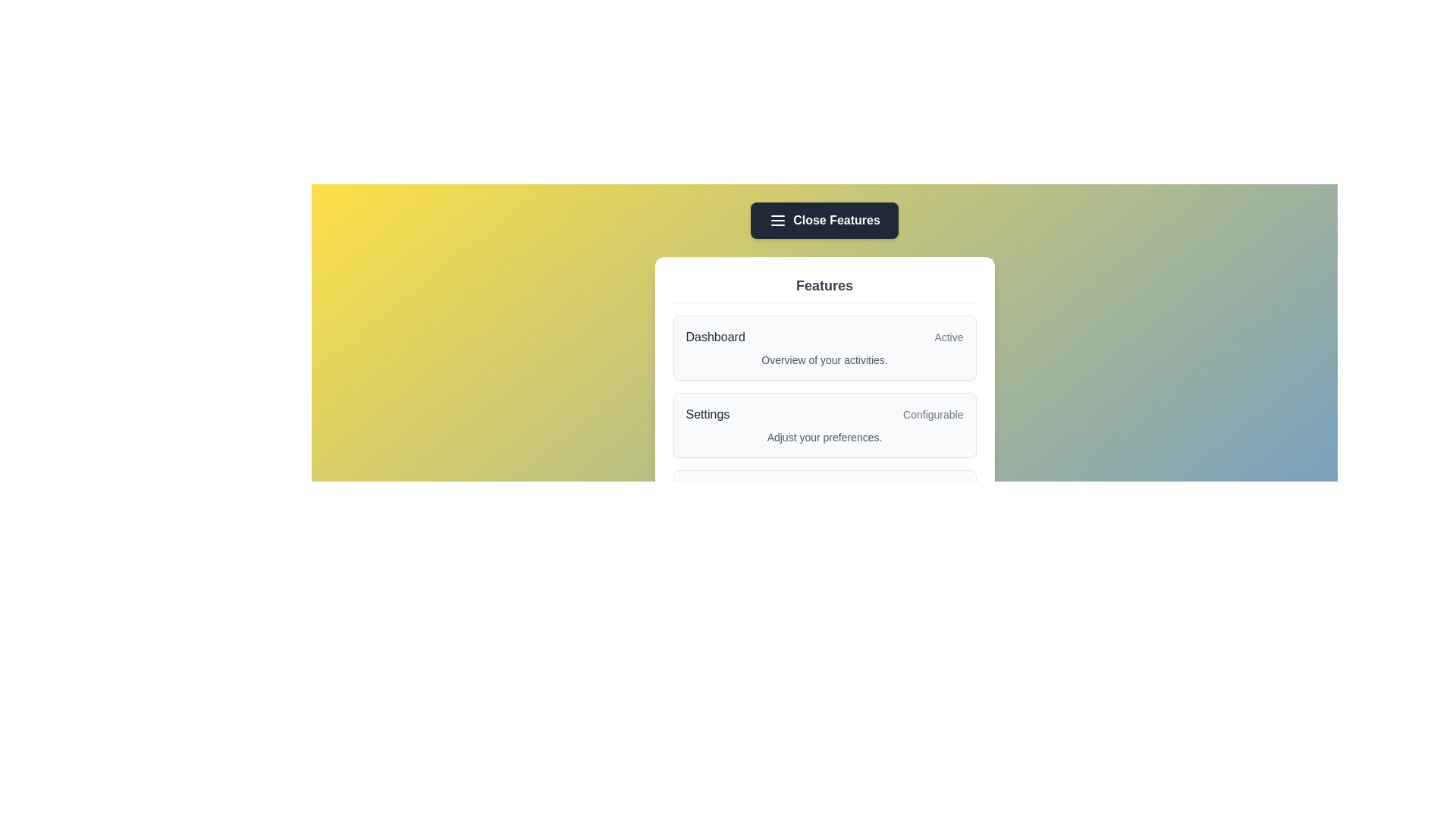 The height and width of the screenshot is (819, 1456). I want to click on the 'Active' label indicator that is styled with gray font and is positioned to the right of the 'Dashboard' text within the 'Features' section, so click(948, 336).